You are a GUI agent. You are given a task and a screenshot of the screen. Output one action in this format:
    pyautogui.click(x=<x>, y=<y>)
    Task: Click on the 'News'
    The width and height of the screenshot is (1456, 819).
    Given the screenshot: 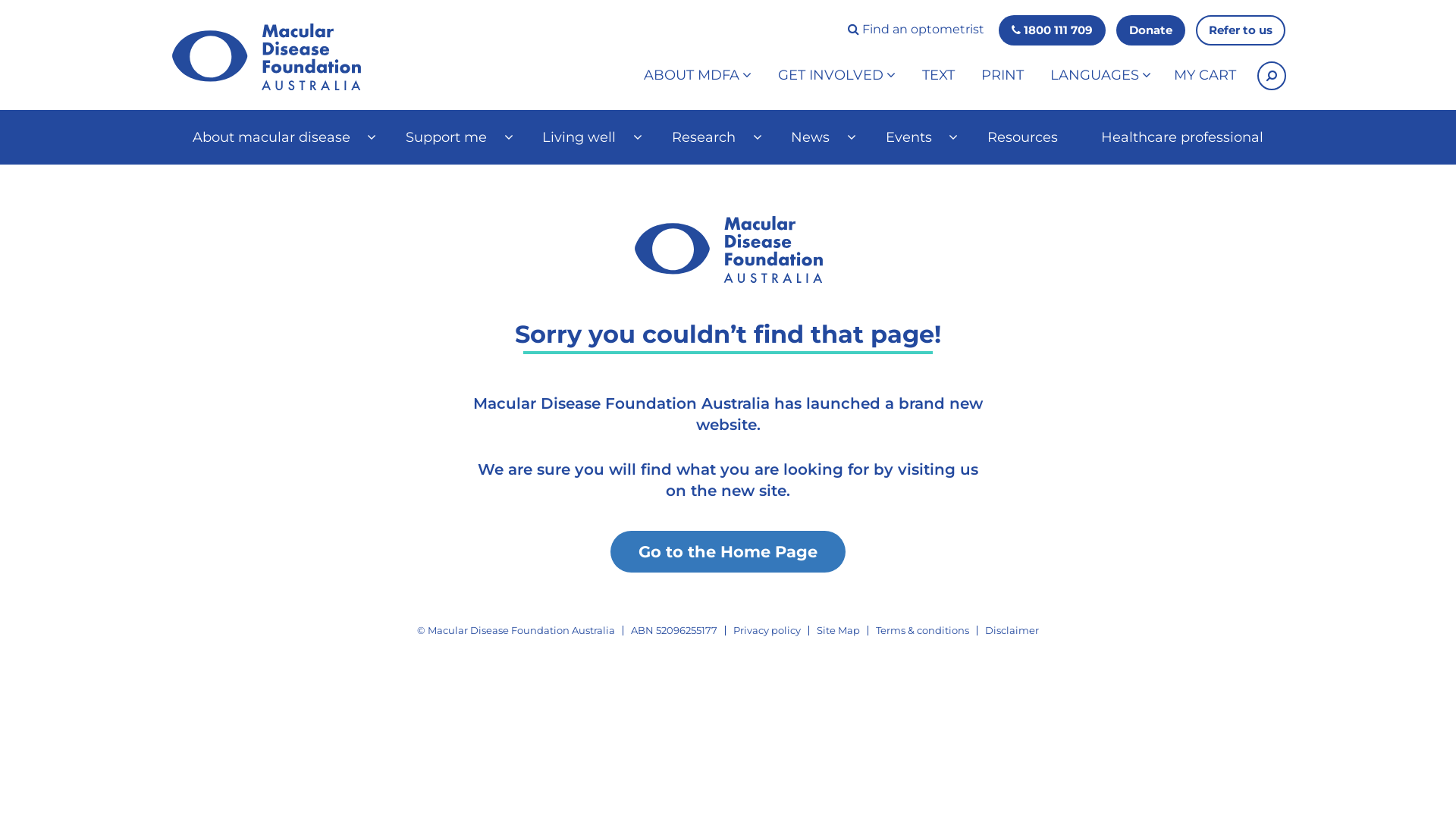 What is the action you would take?
    pyautogui.click(x=814, y=137)
    